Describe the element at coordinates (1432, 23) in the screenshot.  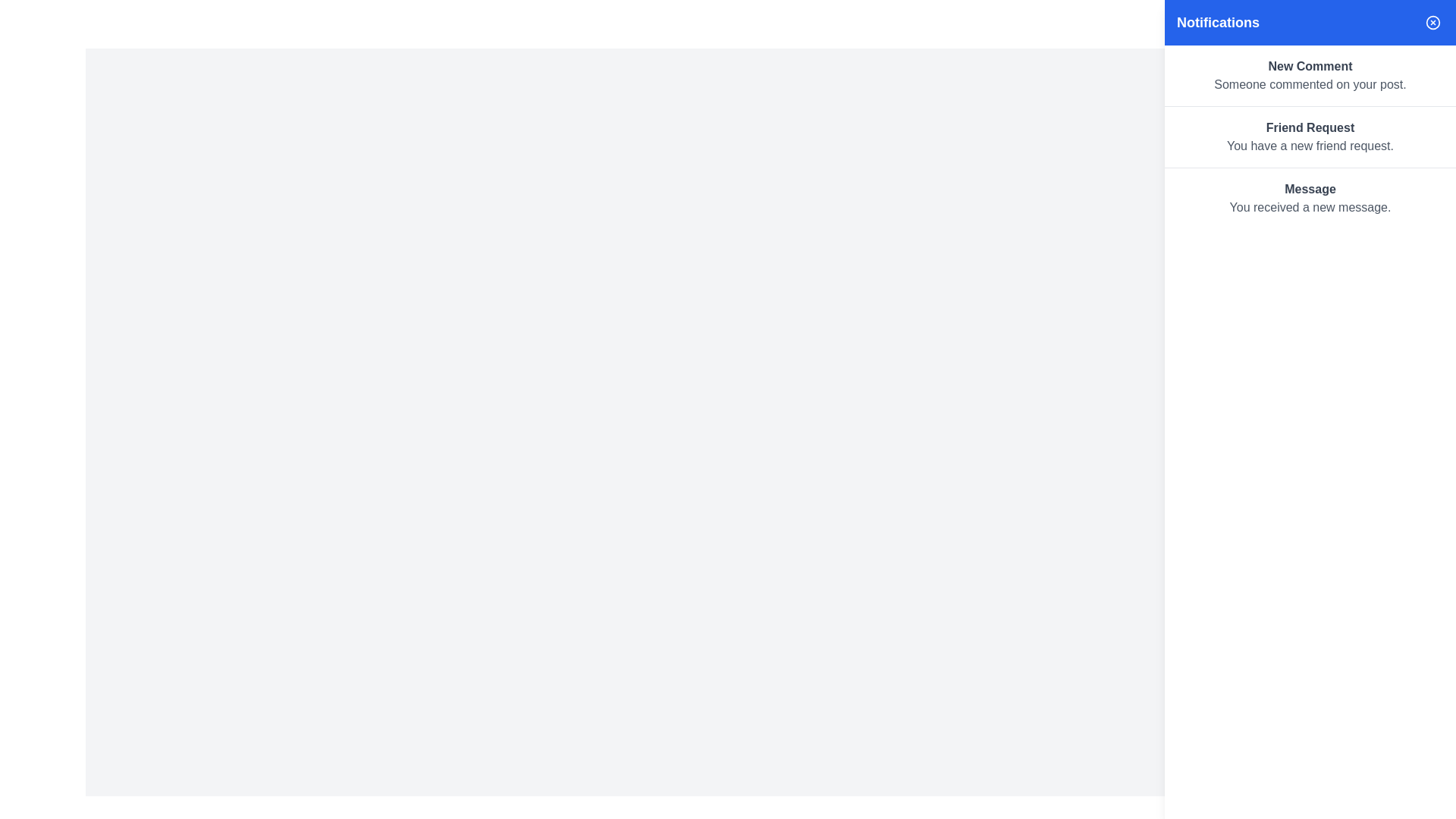
I see `the circular close icon located at the top-right corner of the Notifications panel` at that location.